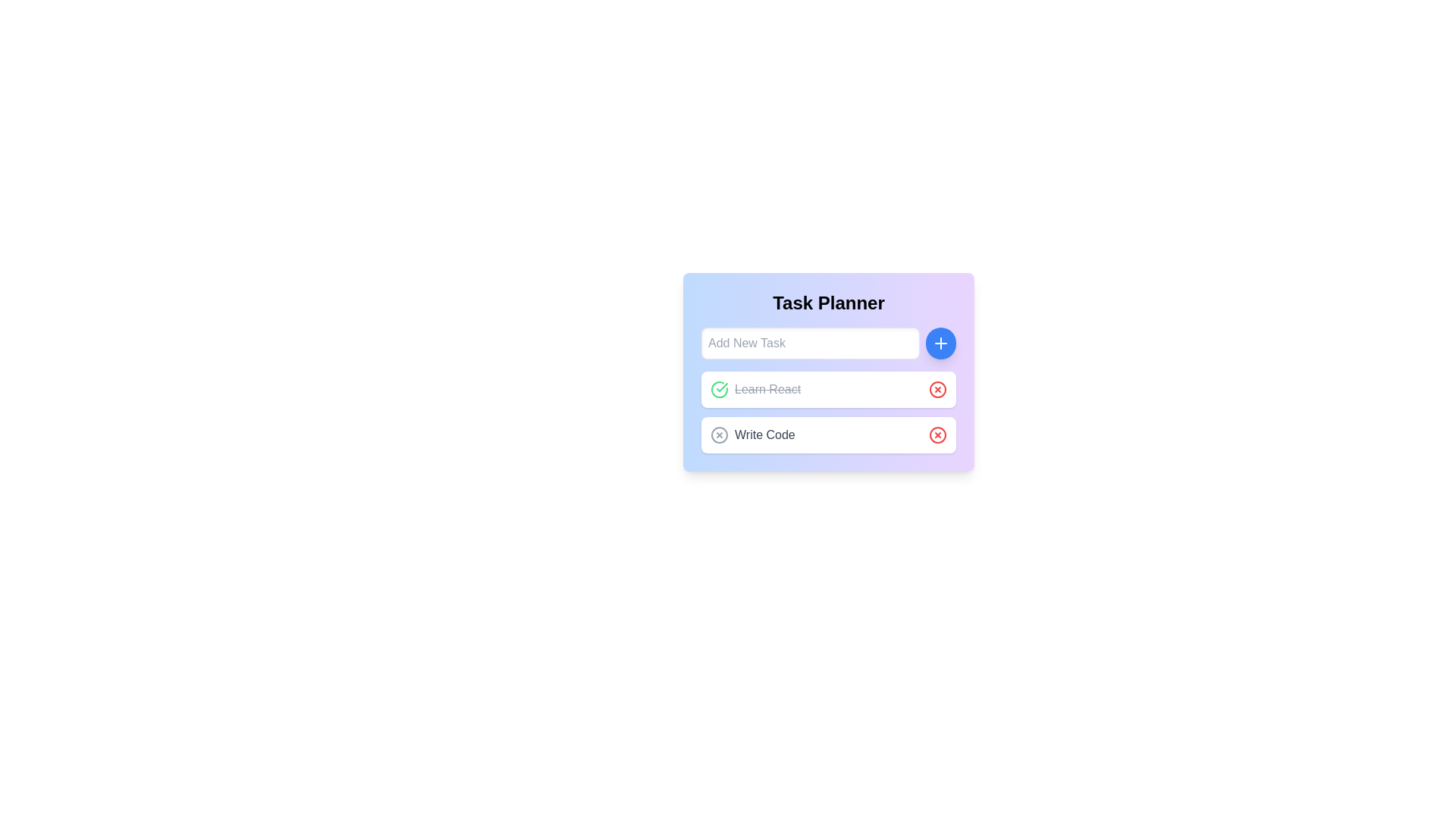  What do you see at coordinates (755, 388) in the screenshot?
I see `the text 'Learn React' with a line-through style and a green checkmark icon, indicating a completed task, located in the second task block of the task list interface` at bounding box center [755, 388].